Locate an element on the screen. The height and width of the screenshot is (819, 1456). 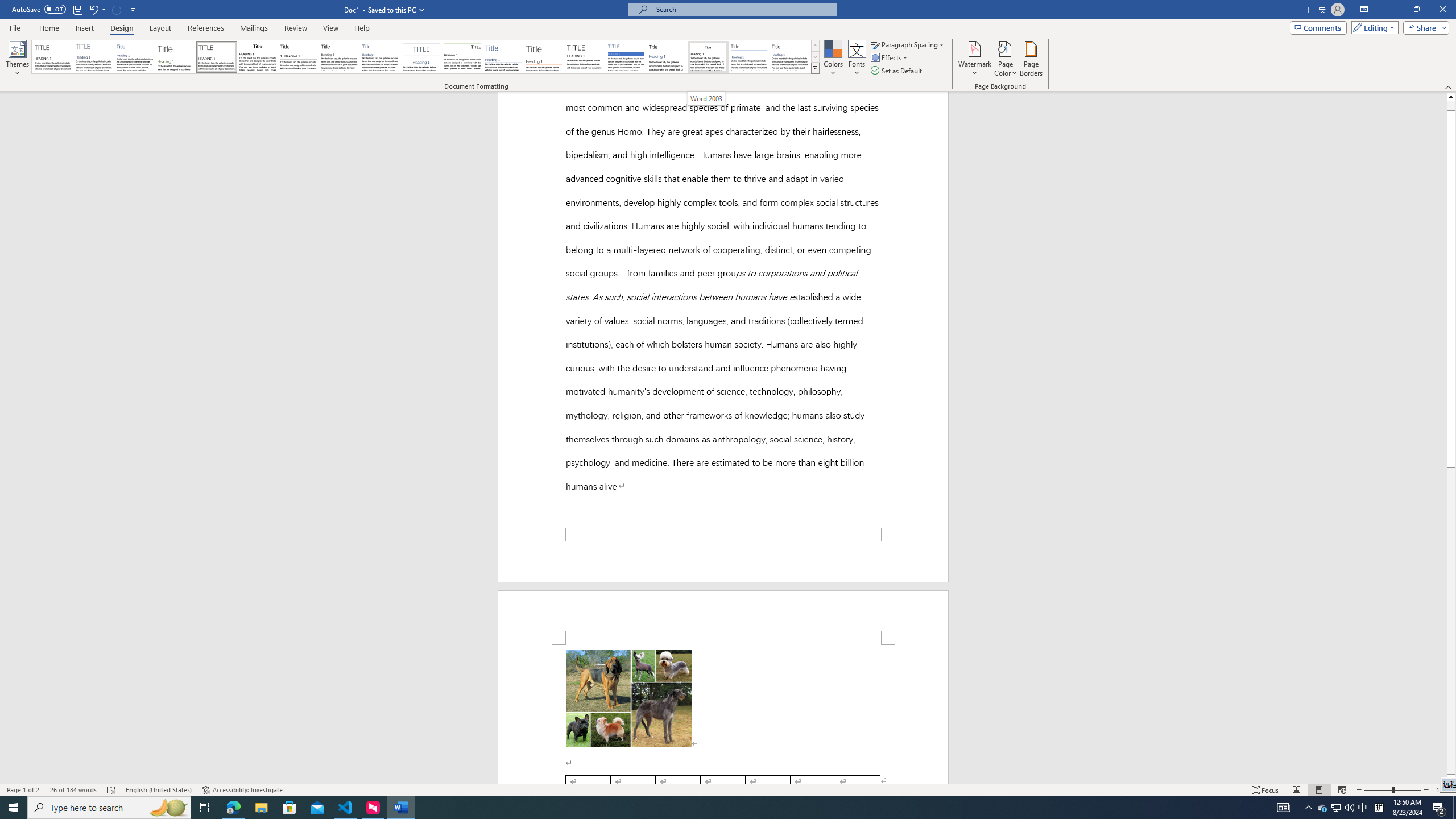
'Page Borders...' is located at coordinates (1031, 59).